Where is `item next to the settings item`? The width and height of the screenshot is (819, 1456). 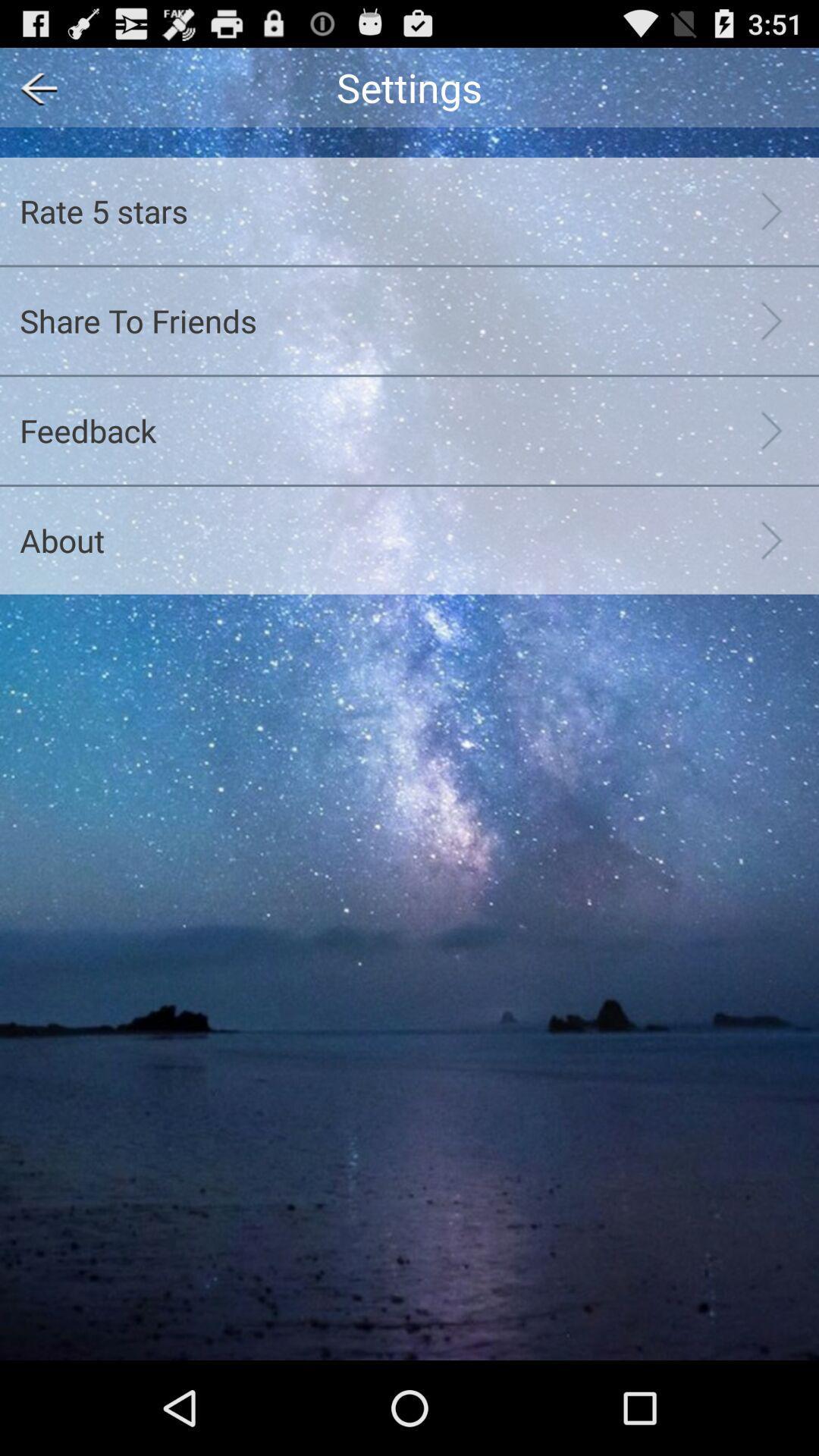
item next to the settings item is located at coordinates (33, 86).